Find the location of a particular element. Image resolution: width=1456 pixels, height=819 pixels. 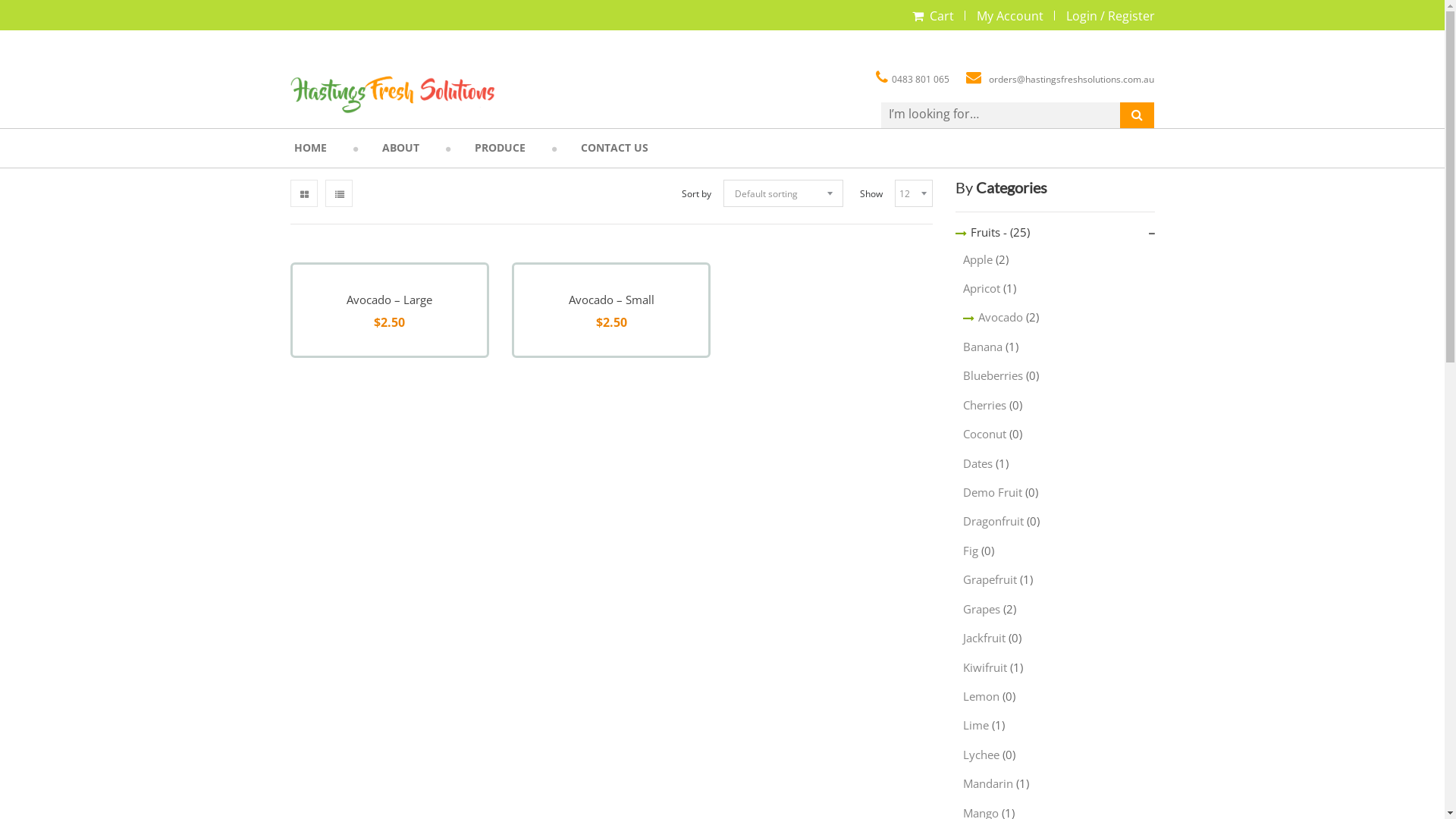

'HOME' is located at coordinates (309, 148).